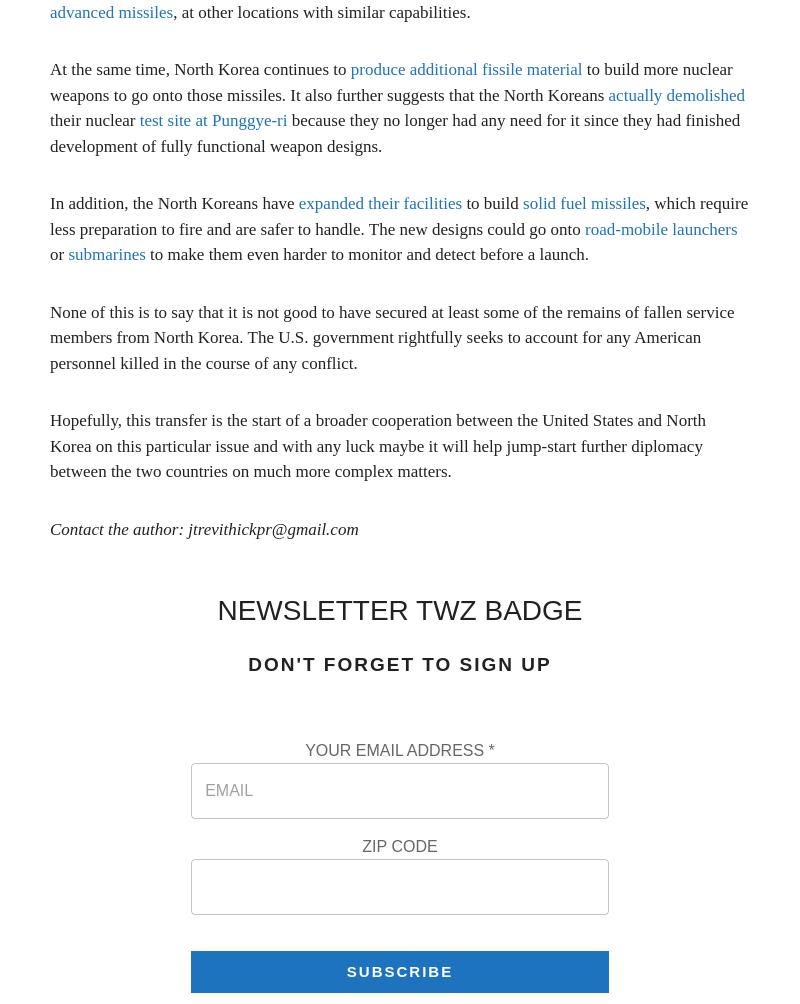  I want to click on 'actually demolished', so click(676, 94).